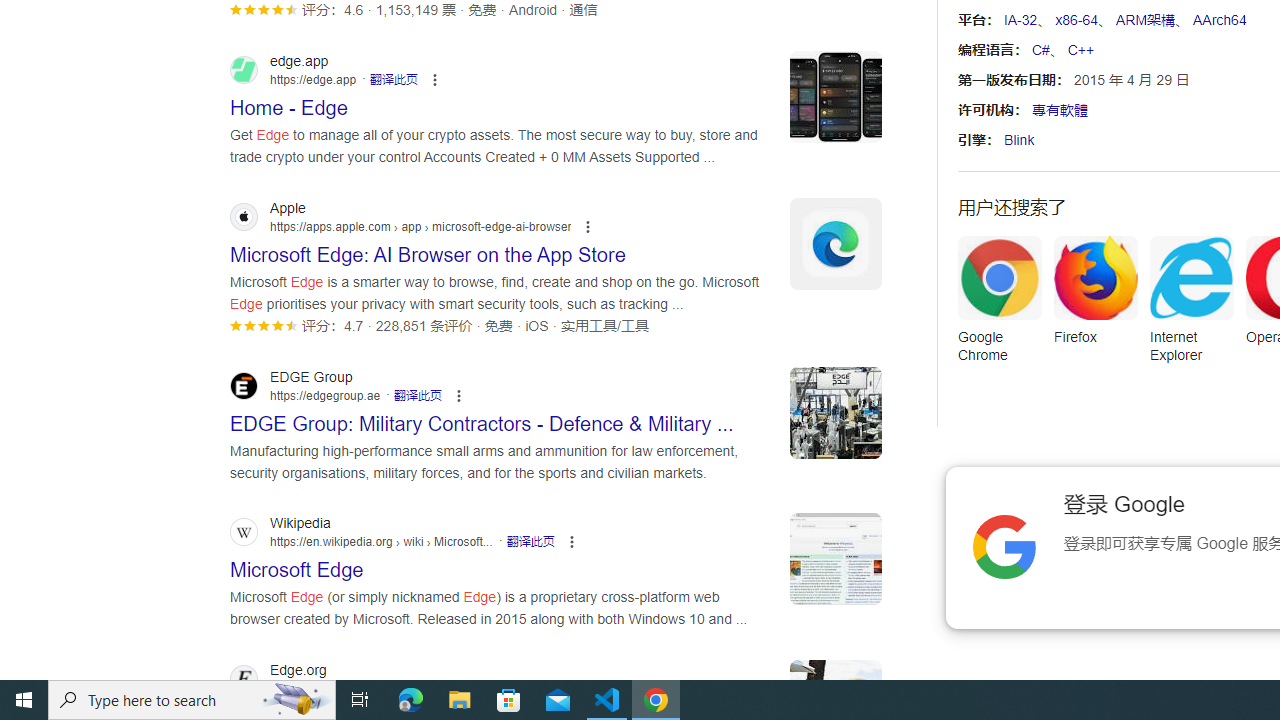  I want to click on 'C#', so click(1040, 49).